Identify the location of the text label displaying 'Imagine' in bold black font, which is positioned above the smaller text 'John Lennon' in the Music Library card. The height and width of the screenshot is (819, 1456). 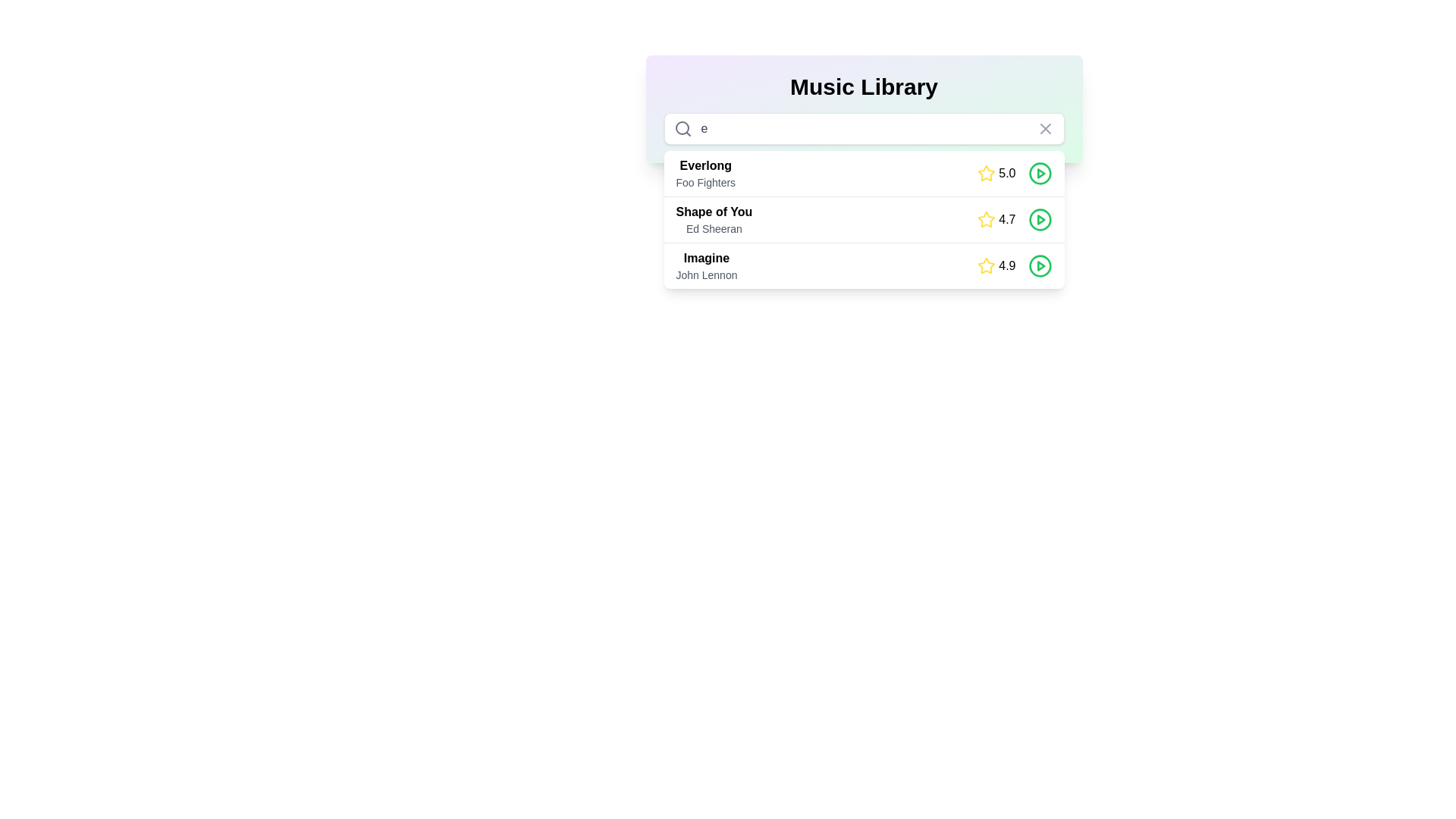
(705, 257).